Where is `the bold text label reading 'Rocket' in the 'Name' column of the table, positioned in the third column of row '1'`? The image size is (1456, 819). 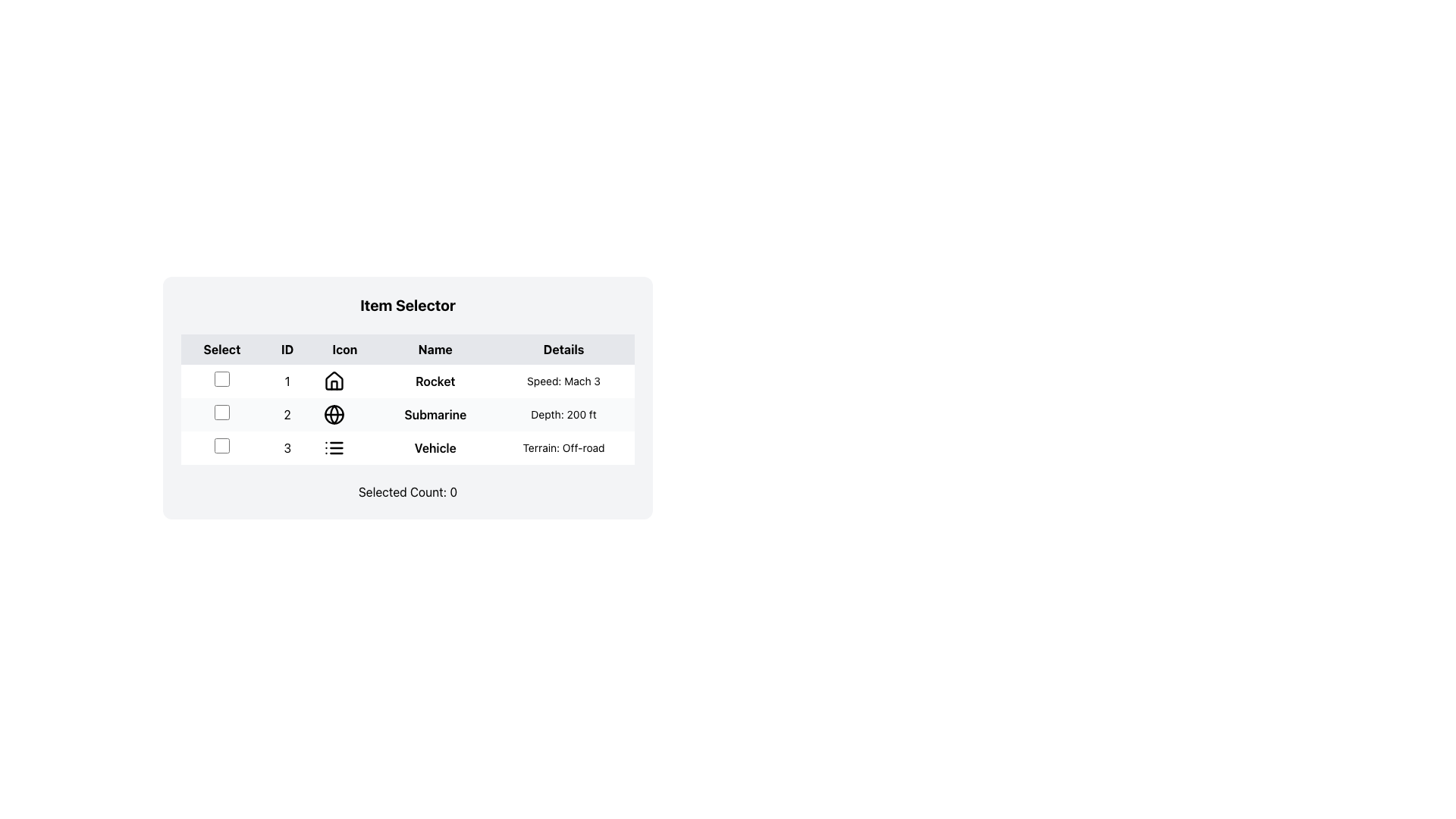 the bold text label reading 'Rocket' in the 'Name' column of the table, positioned in the third column of row '1' is located at coordinates (435, 380).